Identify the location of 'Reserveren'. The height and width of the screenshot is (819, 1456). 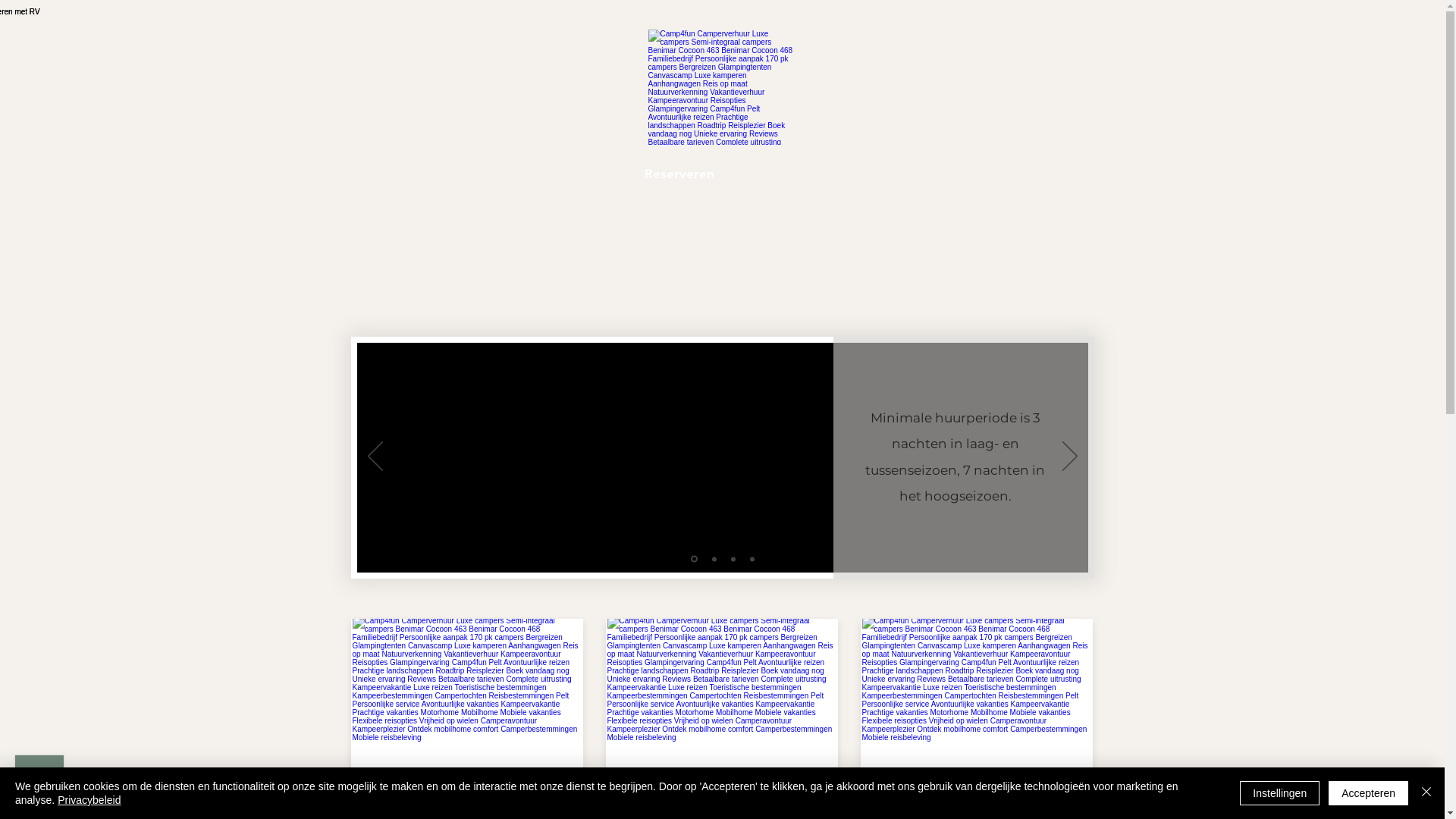
(679, 172).